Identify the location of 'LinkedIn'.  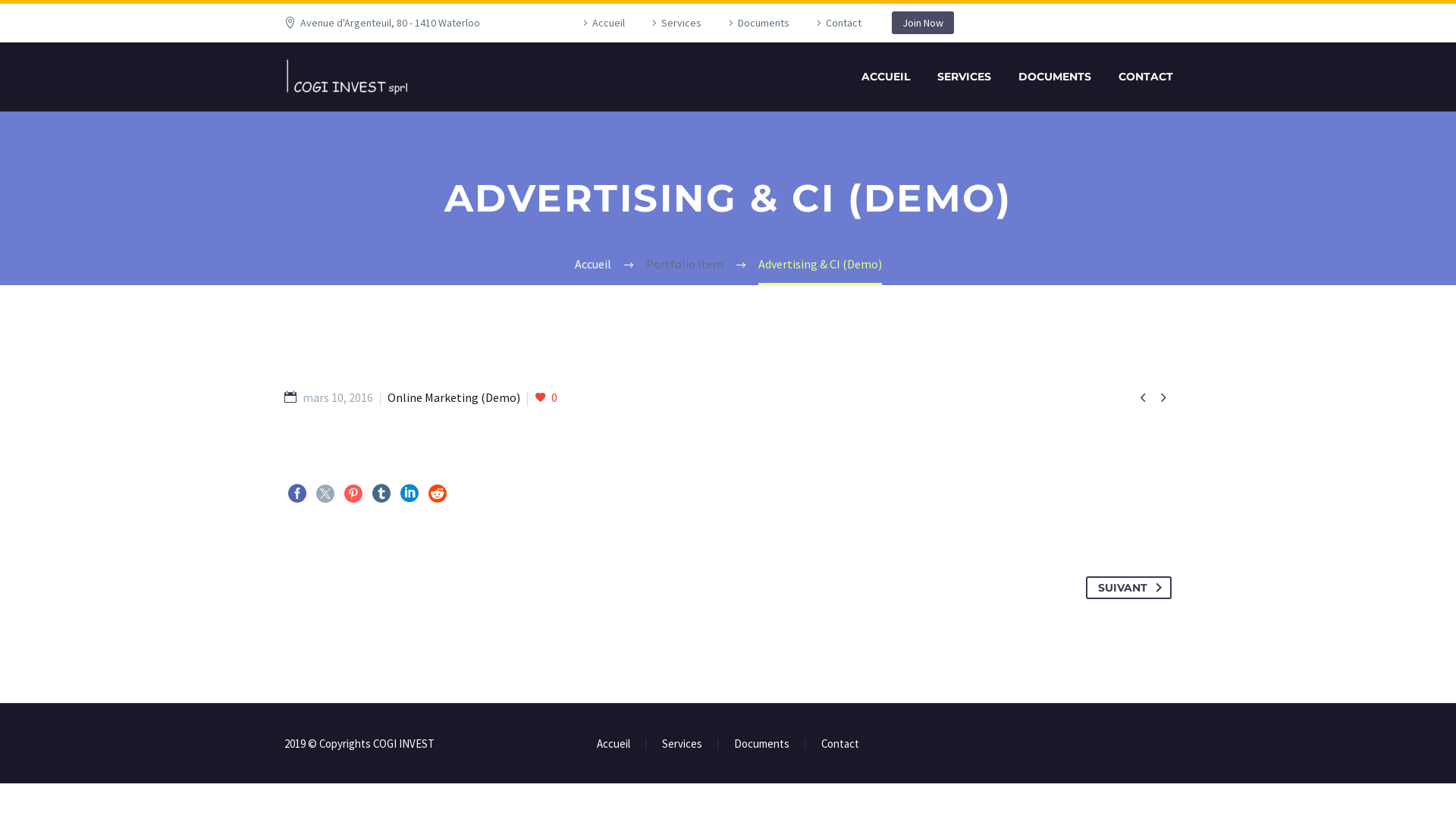
(409, 494).